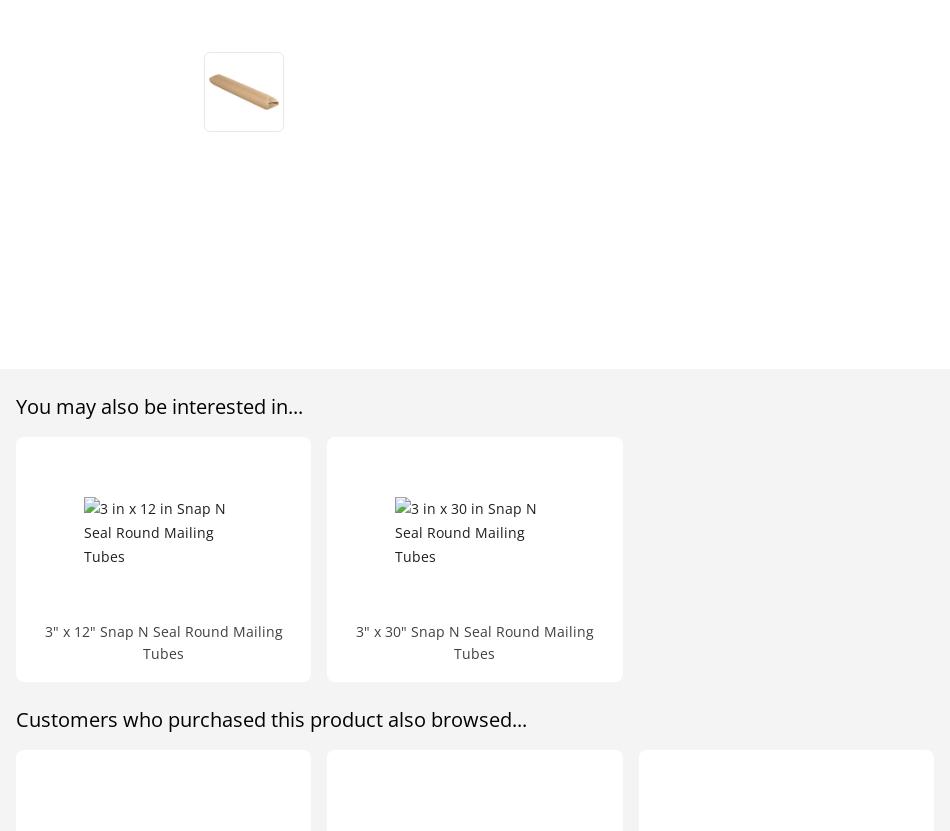 The height and width of the screenshot is (831, 950). I want to click on 'sales@interplas.com', so click(138, 163).